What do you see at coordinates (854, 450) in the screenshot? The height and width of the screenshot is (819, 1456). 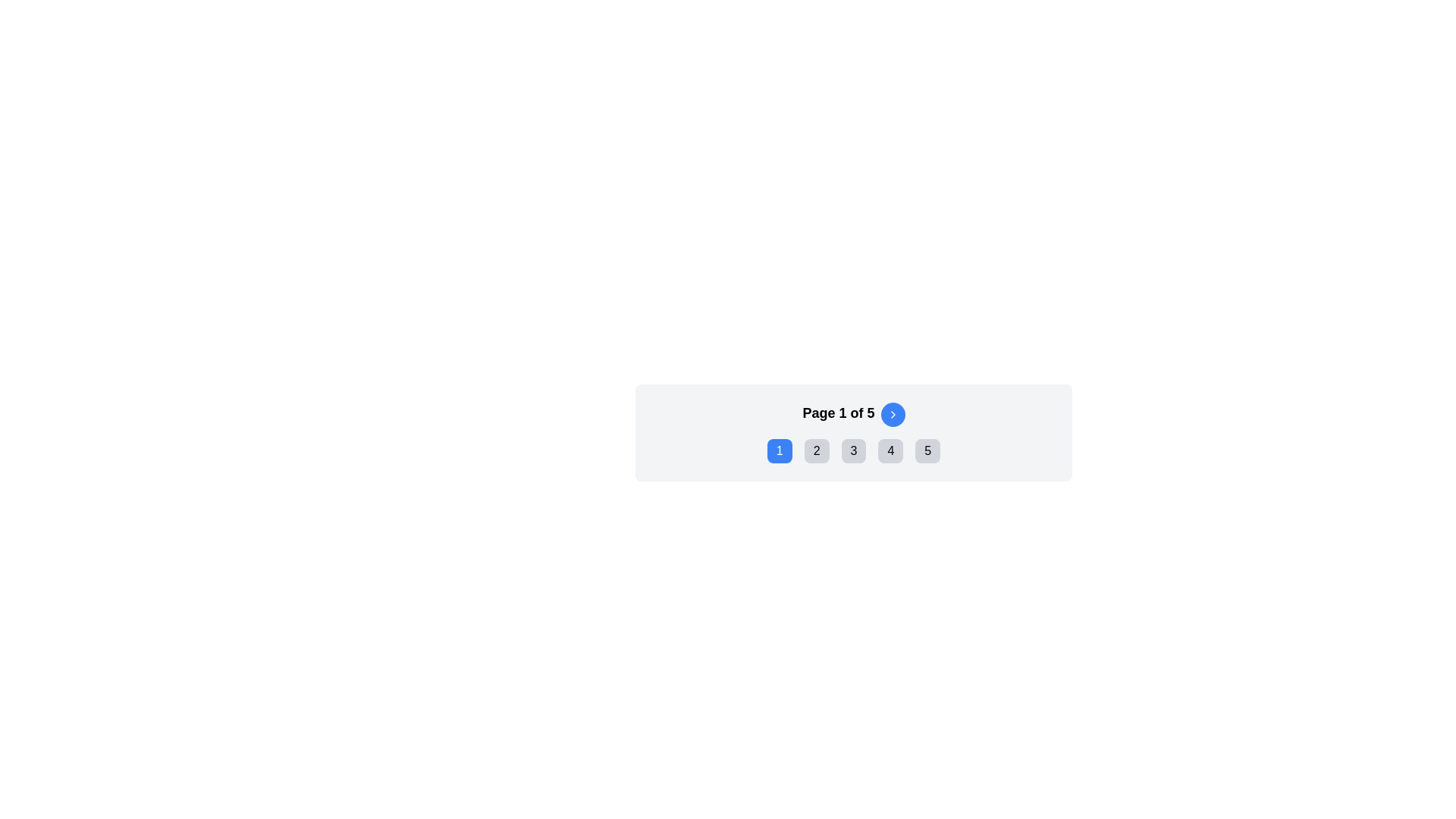 I see `the button displaying the number '3' in the pagination control for accessibility purposes` at bounding box center [854, 450].